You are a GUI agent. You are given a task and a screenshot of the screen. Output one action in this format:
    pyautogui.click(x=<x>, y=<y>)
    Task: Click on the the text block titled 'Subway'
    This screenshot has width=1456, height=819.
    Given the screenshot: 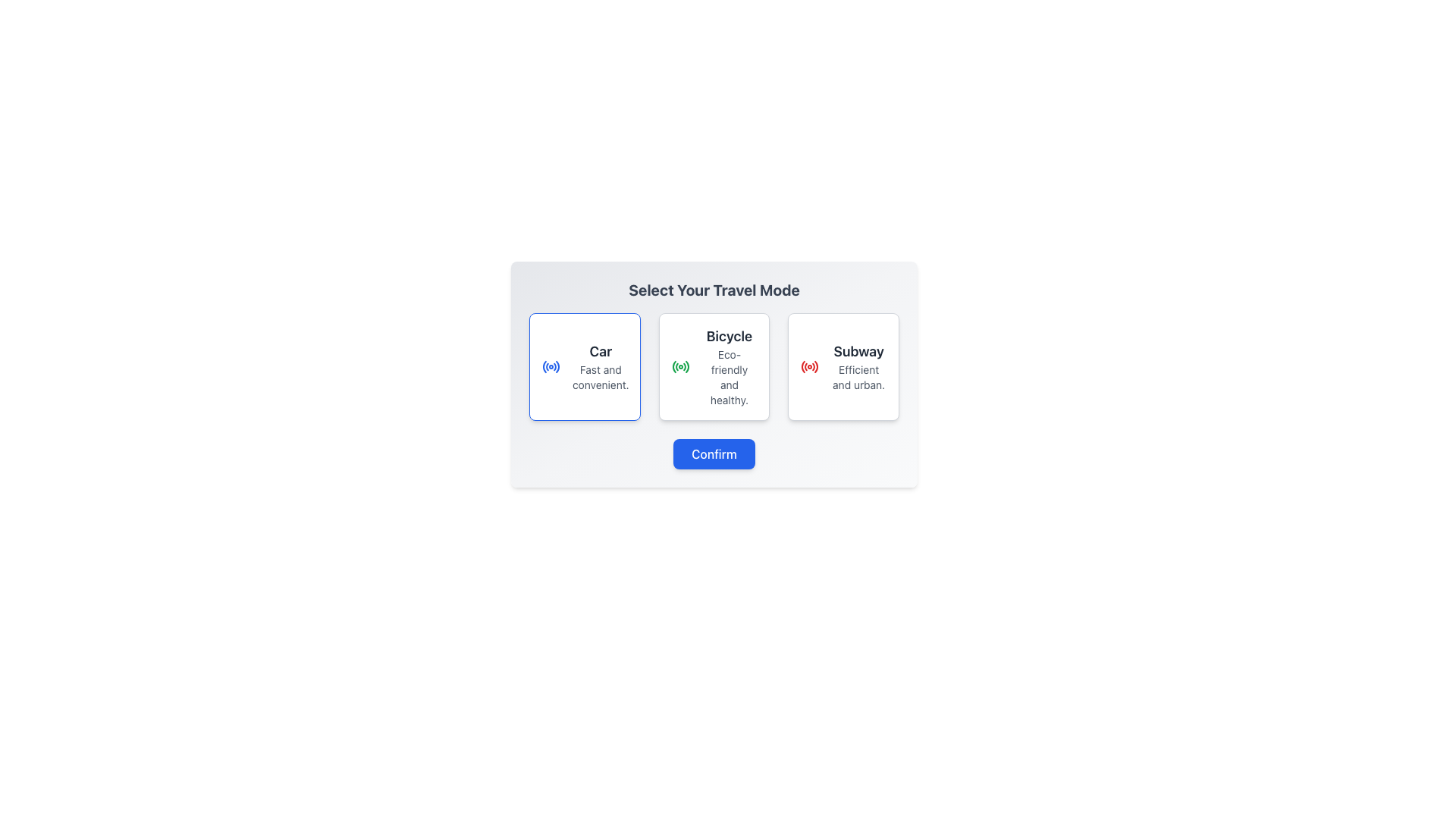 What is the action you would take?
    pyautogui.click(x=858, y=366)
    